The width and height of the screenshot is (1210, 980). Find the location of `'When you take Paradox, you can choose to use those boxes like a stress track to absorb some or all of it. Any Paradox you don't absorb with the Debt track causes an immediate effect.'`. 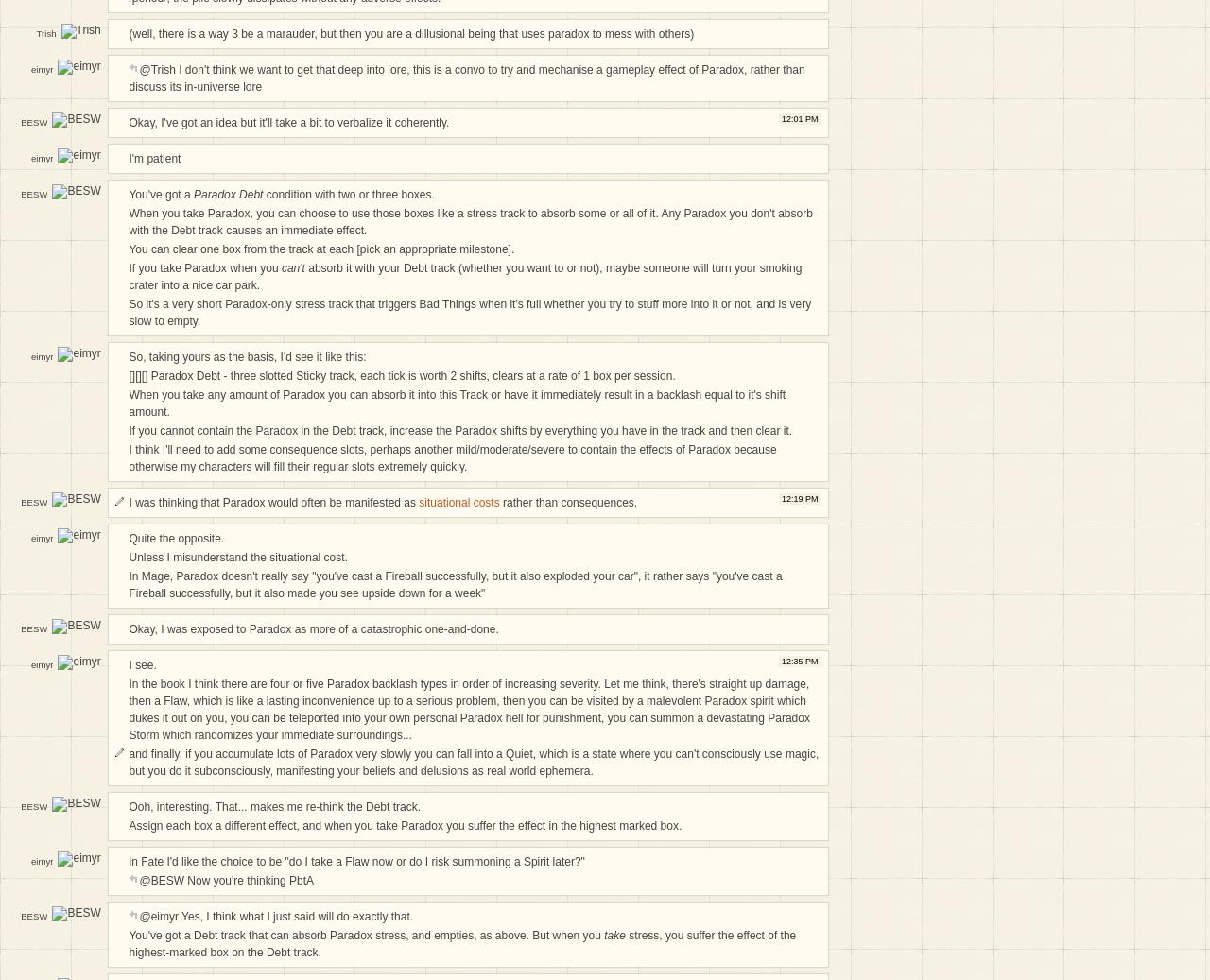

'When you take Paradox, you can choose to use those boxes like a stress track to absorb some or all of it. Any Paradox you don't absorb with the Debt track causes an immediate effect.' is located at coordinates (470, 220).